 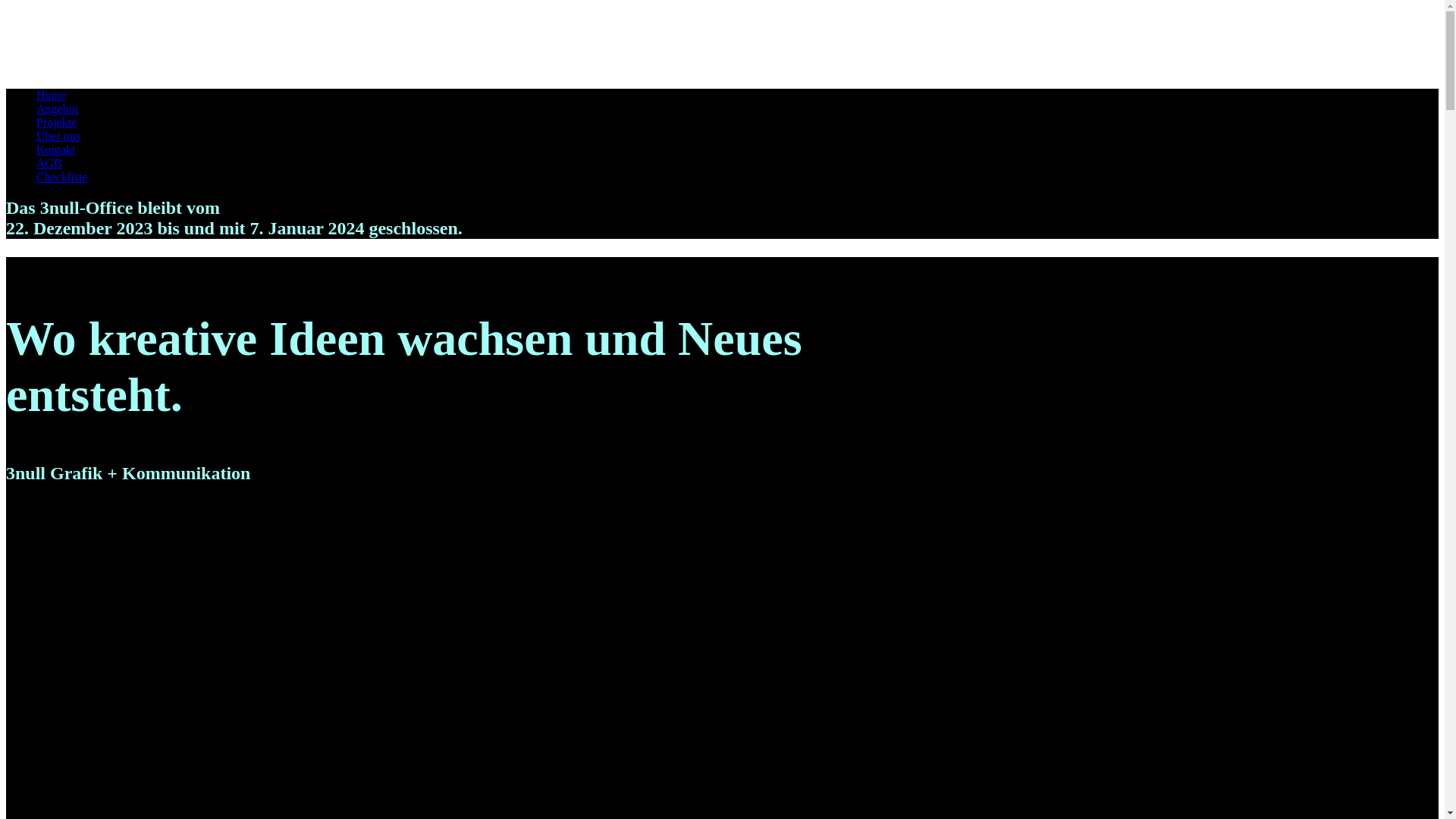 I want to click on 'Kontakt', so click(x=55, y=149).